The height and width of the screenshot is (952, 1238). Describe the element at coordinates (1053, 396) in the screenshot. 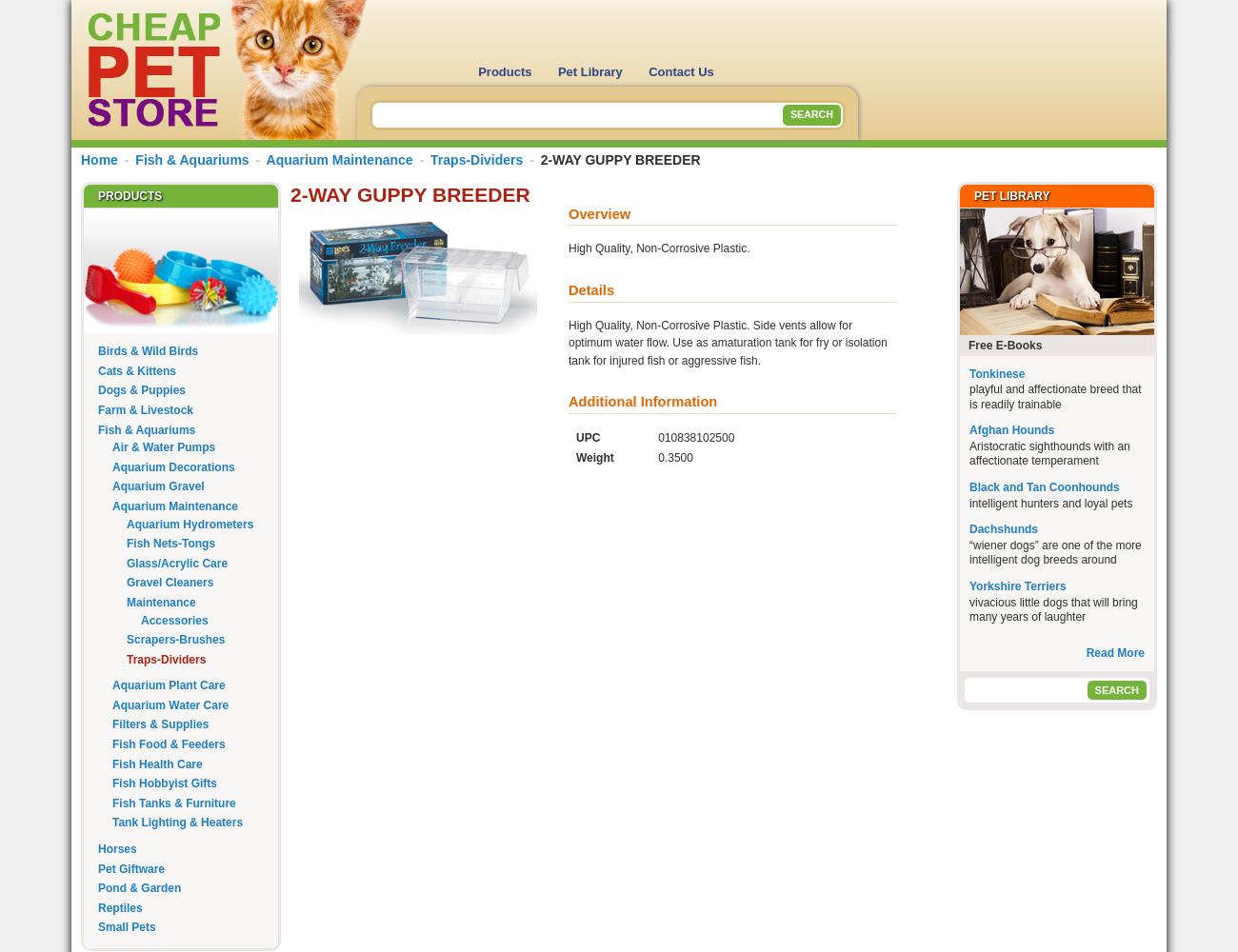

I see `'playful and affectionate breed that is readily trainable'` at that location.